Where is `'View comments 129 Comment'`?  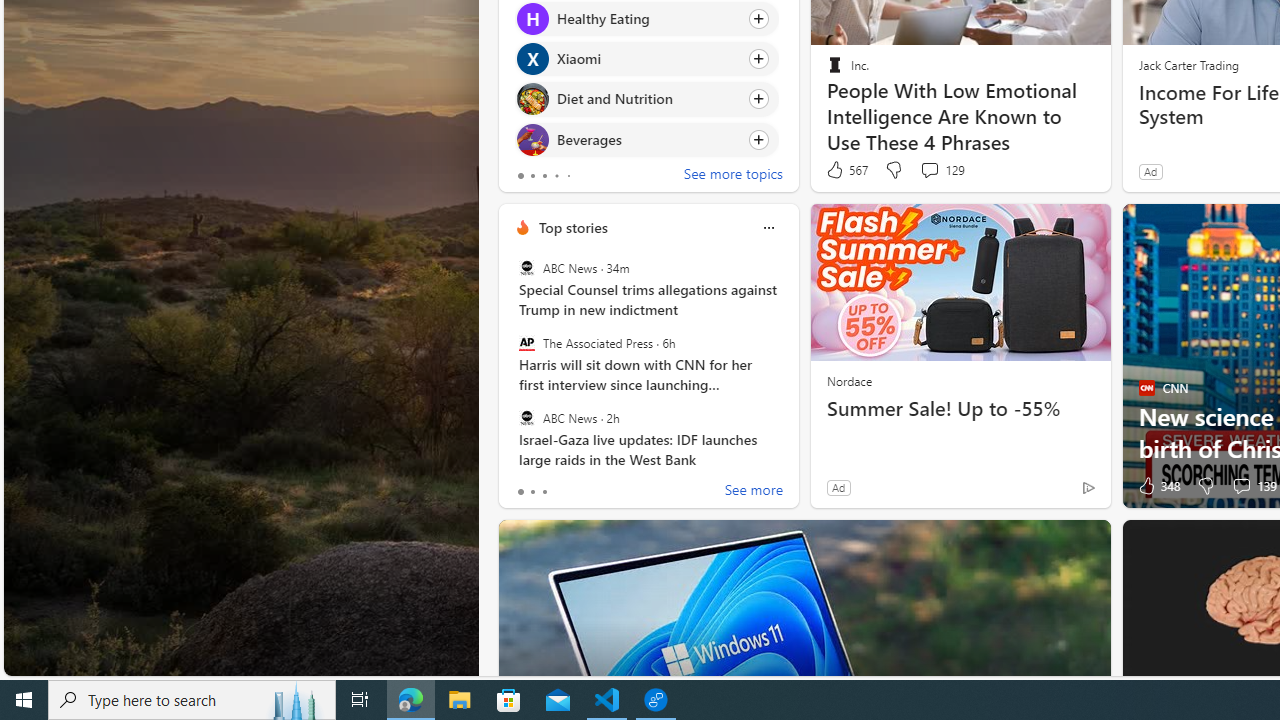 'View comments 129 Comment' is located at coordinates (928, 168).